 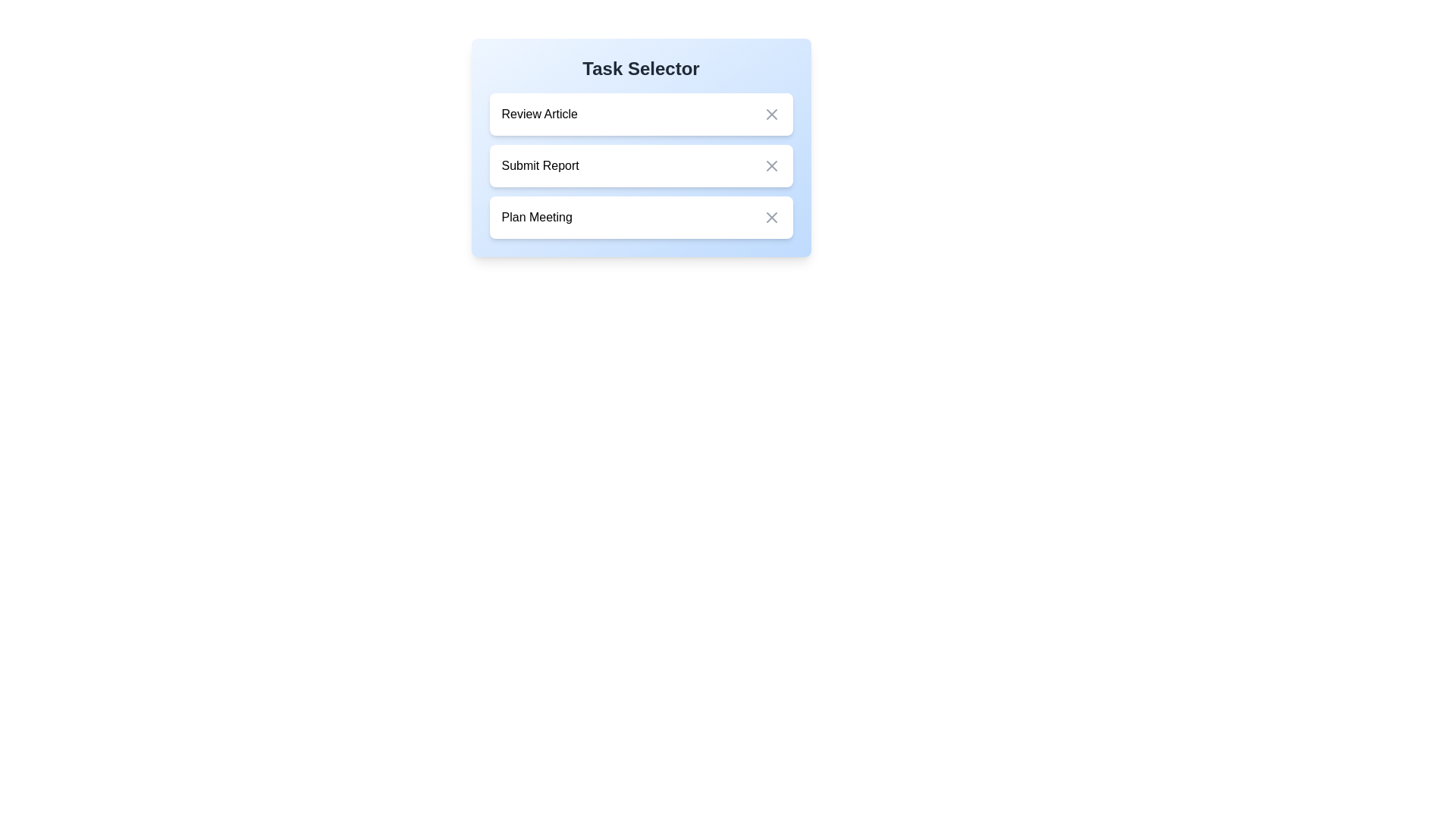 I want to click on the text label that identifies the third task in a vertical list, positioned to the left of the delete ('X') icon, so click(x=537, y=217).